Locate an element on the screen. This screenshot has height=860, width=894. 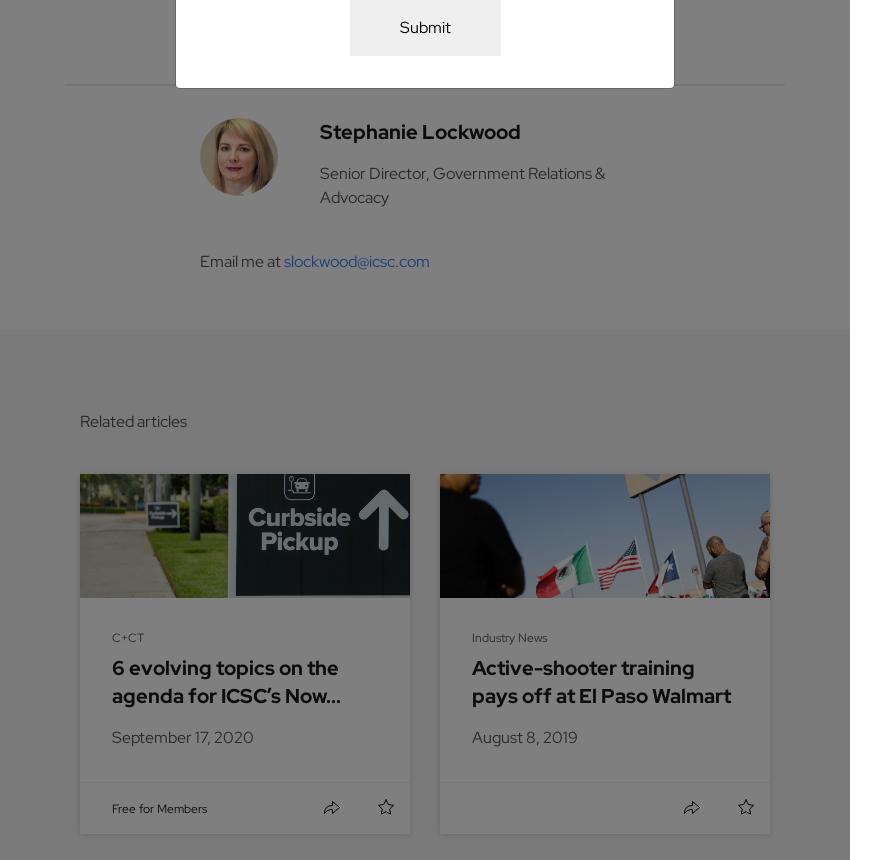
'Submit' is located at coordinates (423, 26).